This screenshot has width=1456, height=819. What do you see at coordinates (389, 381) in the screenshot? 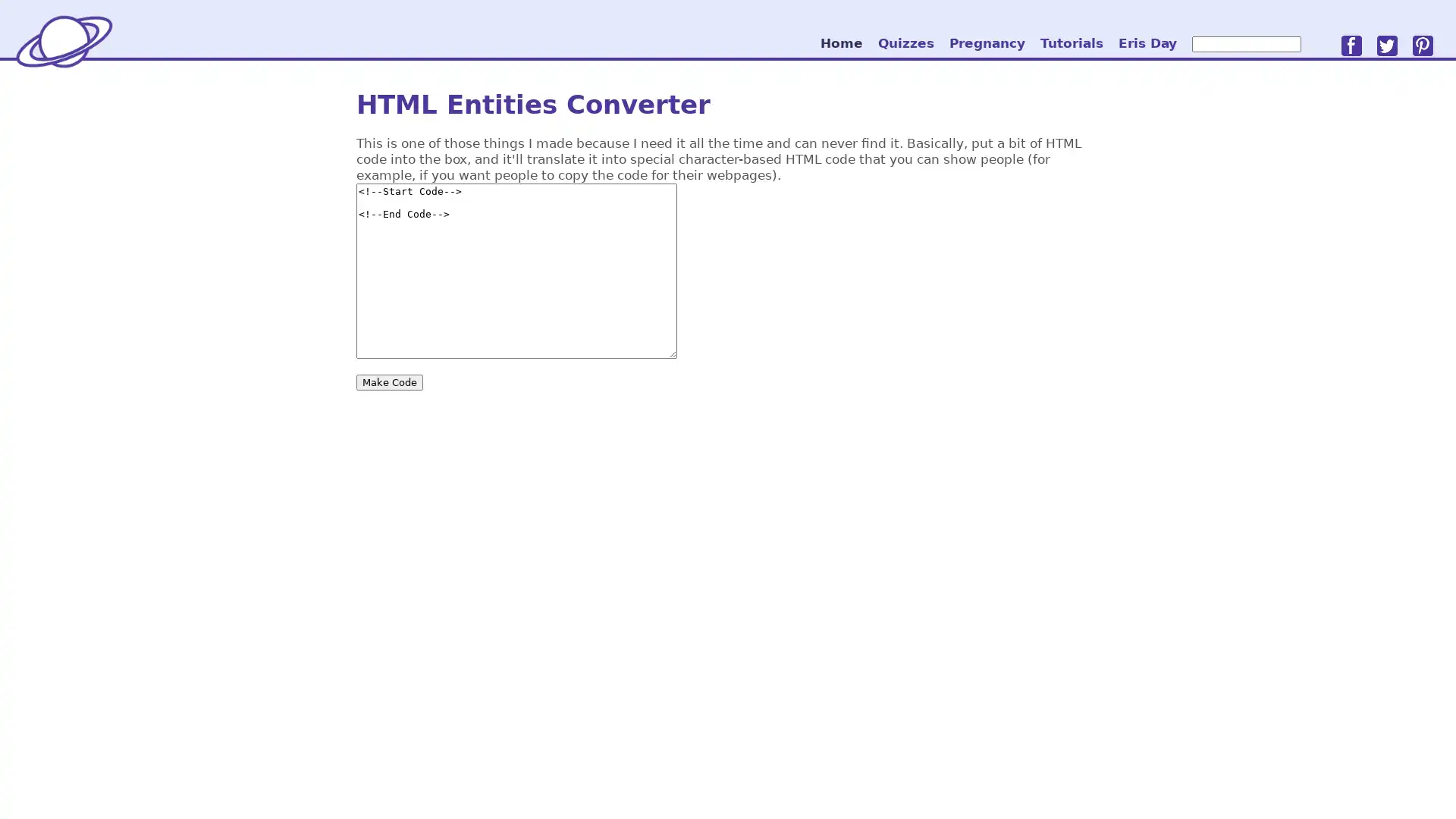
I see `Make Code` at bounding box center [389, 381].